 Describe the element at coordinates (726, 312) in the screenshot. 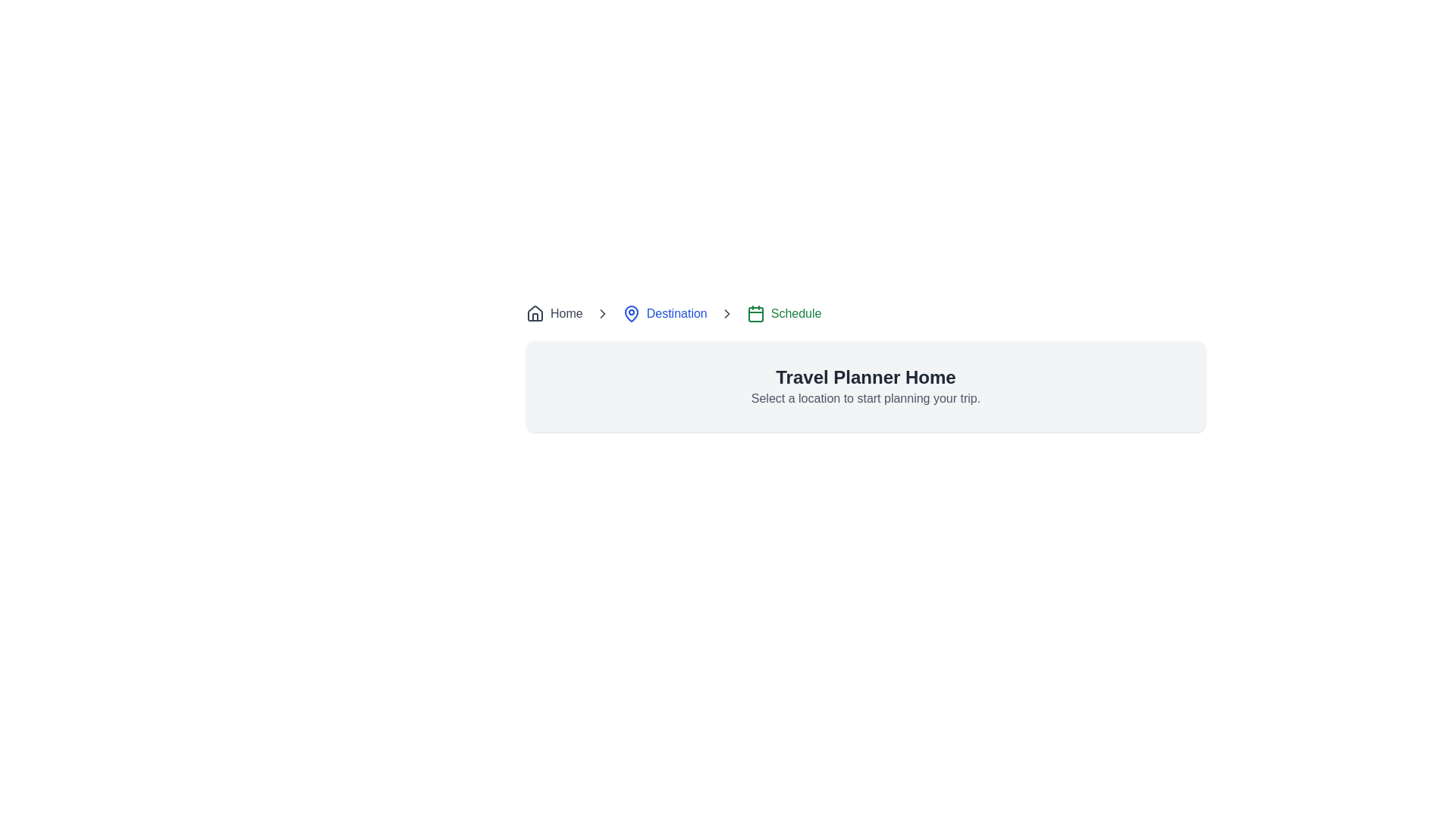

I see `the right-facing arrow icon that separates breadcrumb navigation components, located to the right of the 'Home' text and icon` at that location.